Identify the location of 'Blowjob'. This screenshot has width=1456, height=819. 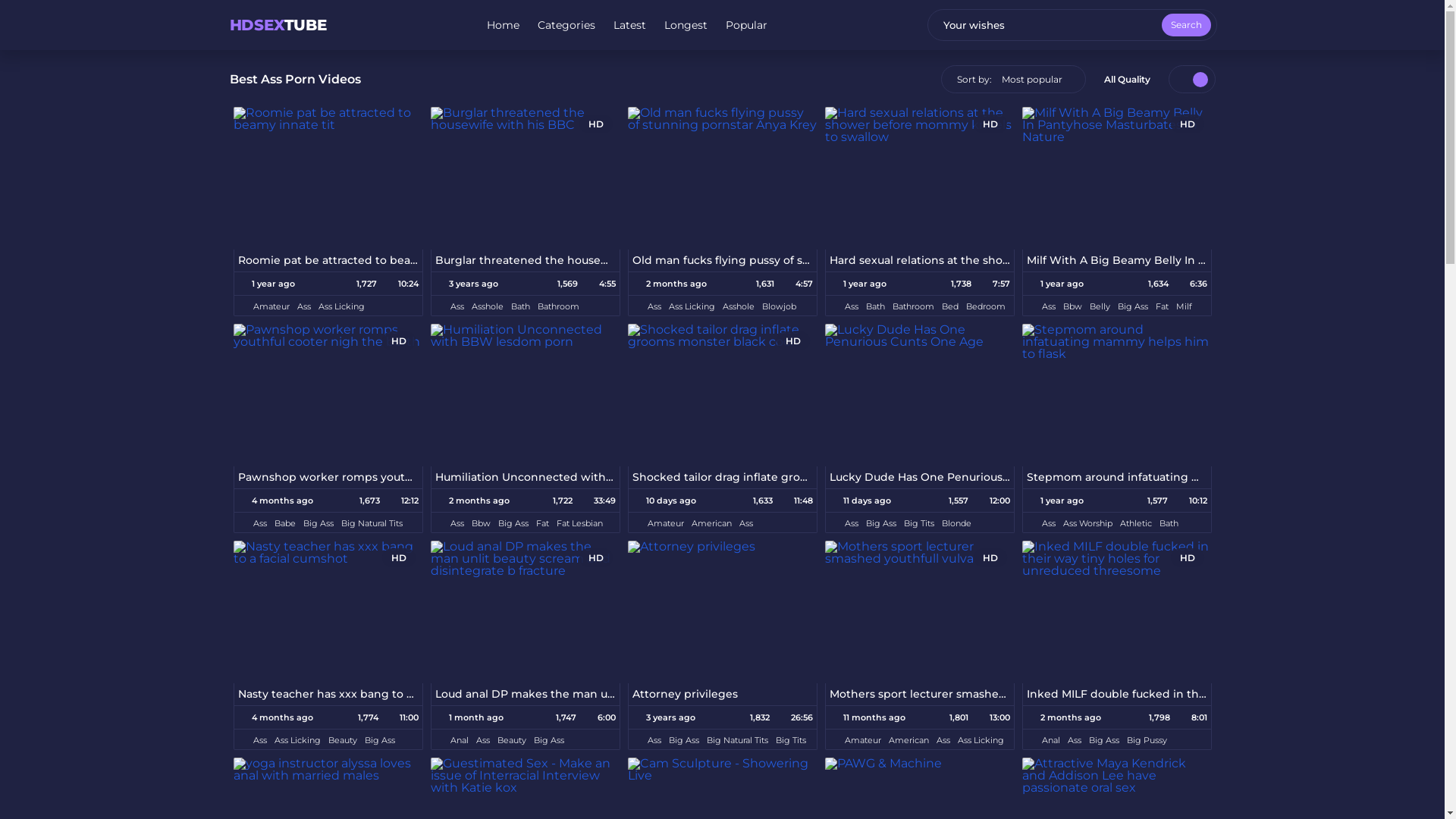
(778, 306).